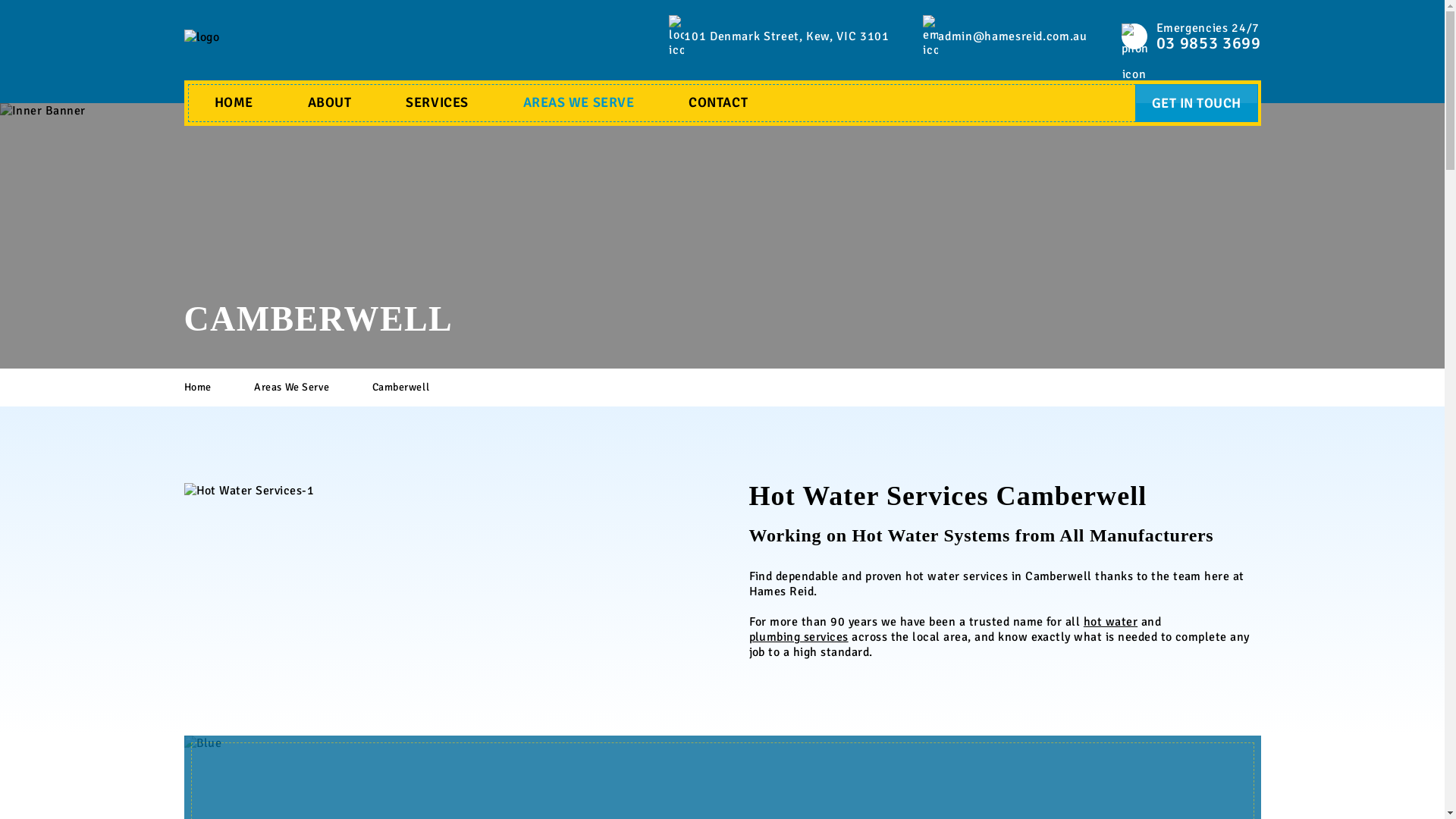 This screenshot has height=819, width=1456. I want to click on 'SERVICES', so click(436, 102).